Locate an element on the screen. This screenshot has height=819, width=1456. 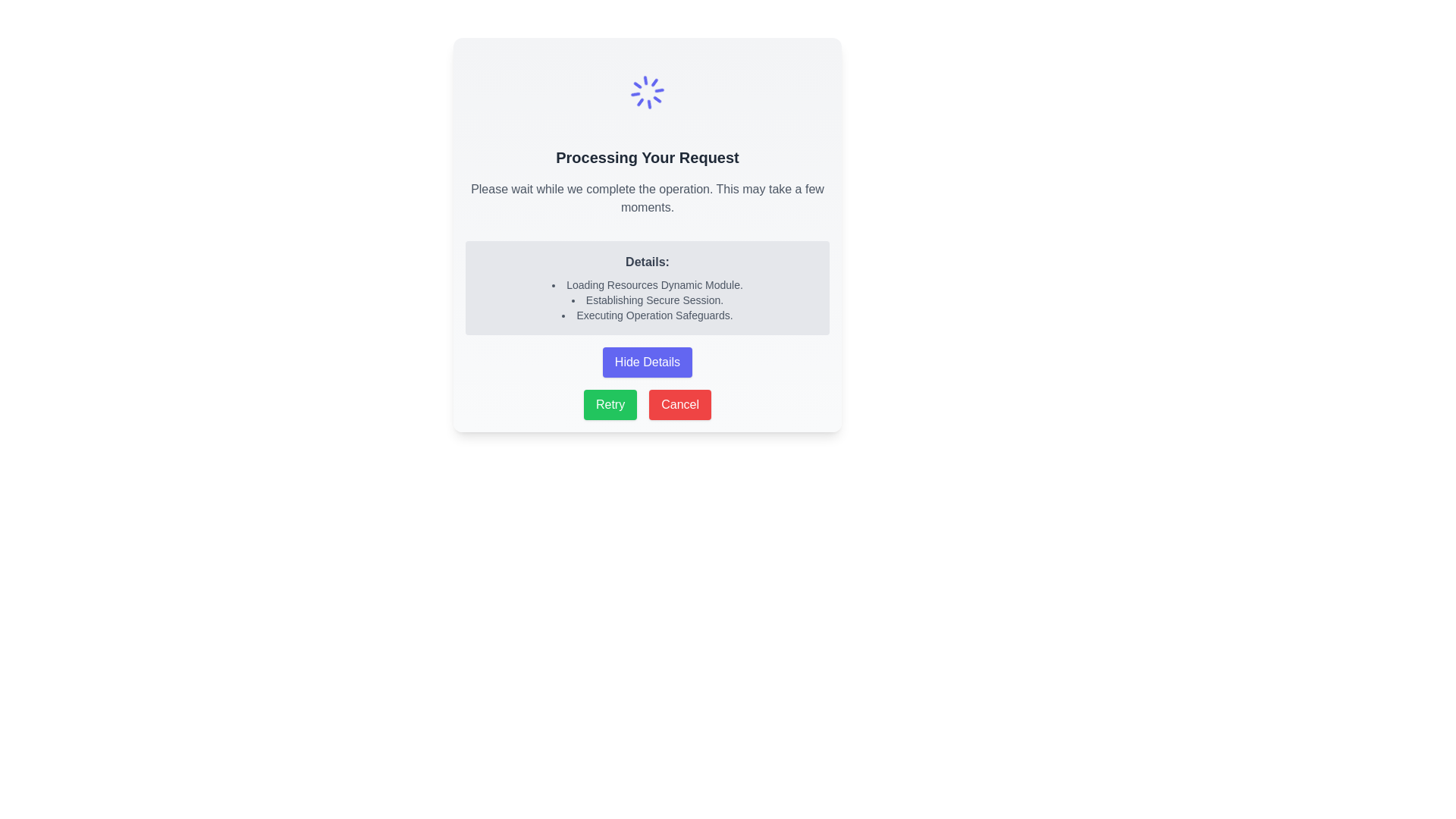
the 'Hide Details' button with a purple background and white text, located below the 'Details:' section and above the 'Retry' and 'Cancel' buttons is located at coordinates (648, 362).